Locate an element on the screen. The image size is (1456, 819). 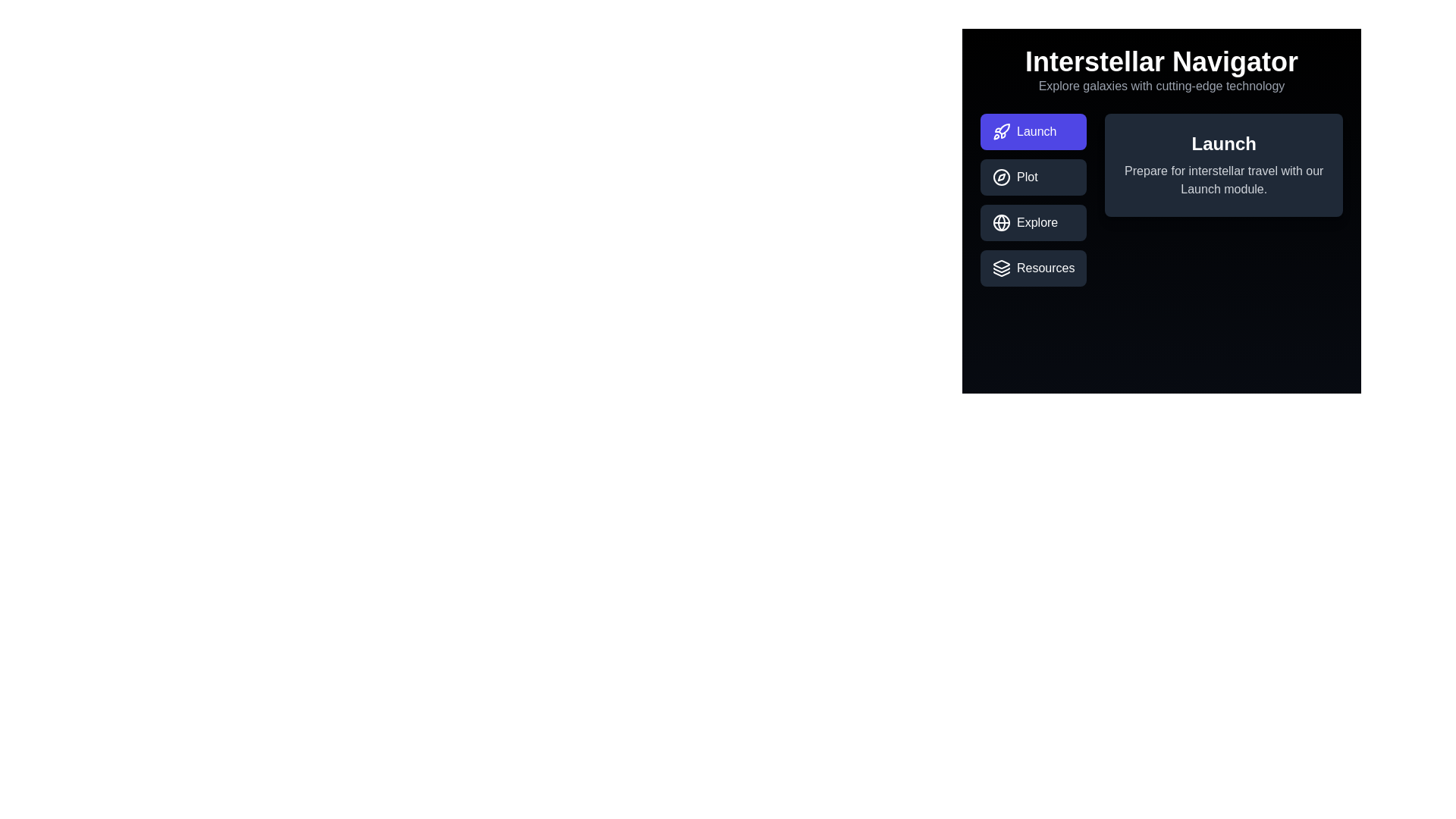
the tab labeled Resources to observe the visual feedback is located at coordinates (1033, 268).